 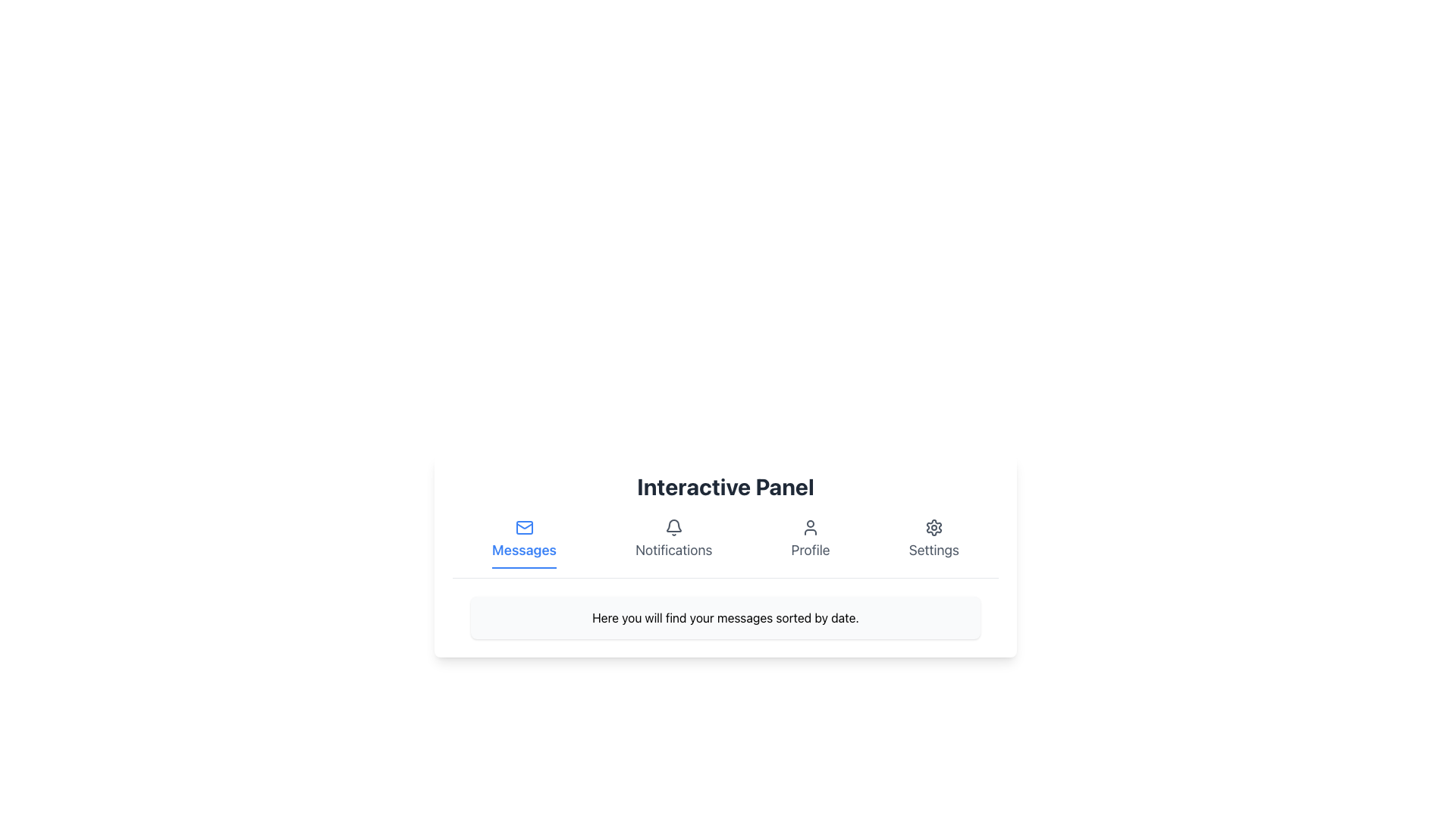 I want to click on the notifications icon located beneath the 'Interactive Panel' title, so click(x=673, y=525).